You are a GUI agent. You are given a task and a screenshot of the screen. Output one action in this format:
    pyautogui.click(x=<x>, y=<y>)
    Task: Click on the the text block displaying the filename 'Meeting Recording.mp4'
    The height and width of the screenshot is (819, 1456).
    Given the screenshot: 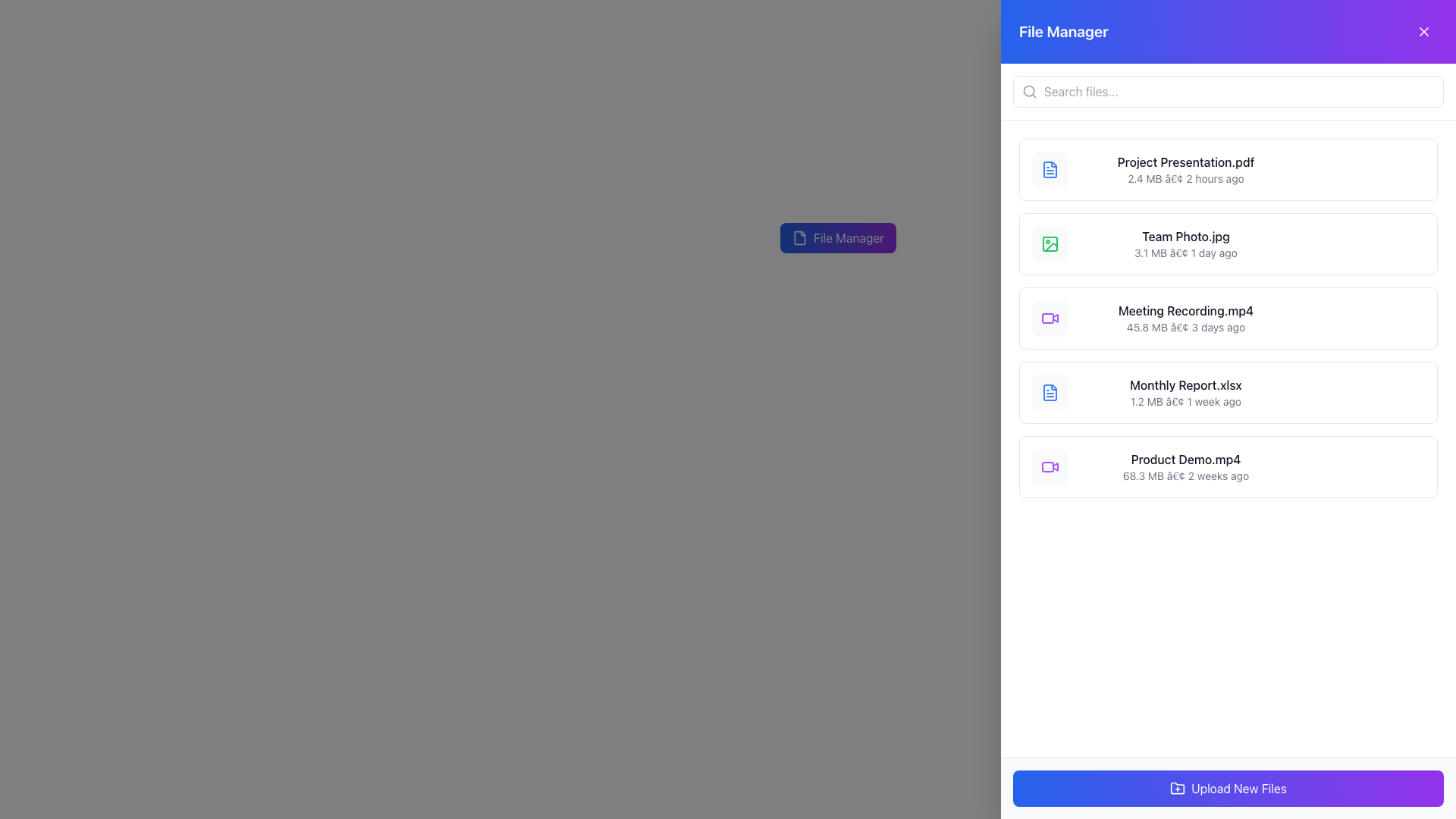 What is the action you would take?
    pyautogui.click(x=1185, y=318)
    